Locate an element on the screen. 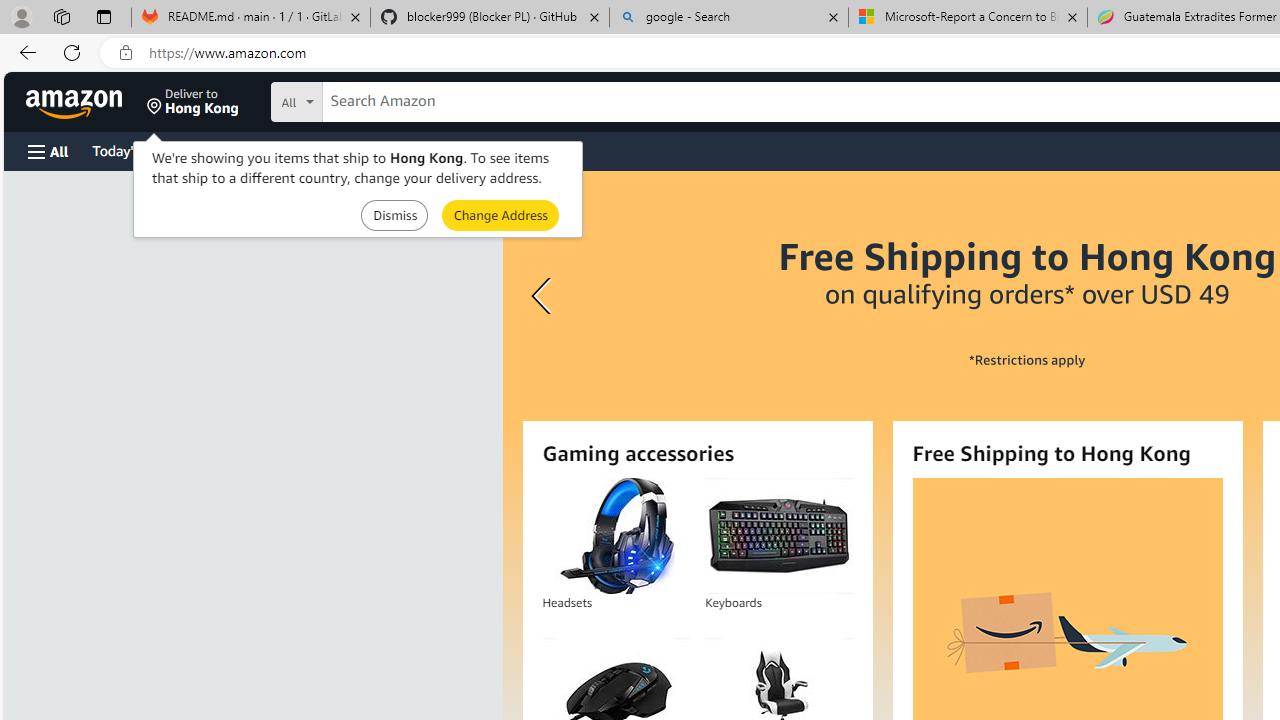 Image resolution: width=1280 pixels, height=720 pixels. 'Deliver to Hong Kong' is located at coordinates (193, 101).